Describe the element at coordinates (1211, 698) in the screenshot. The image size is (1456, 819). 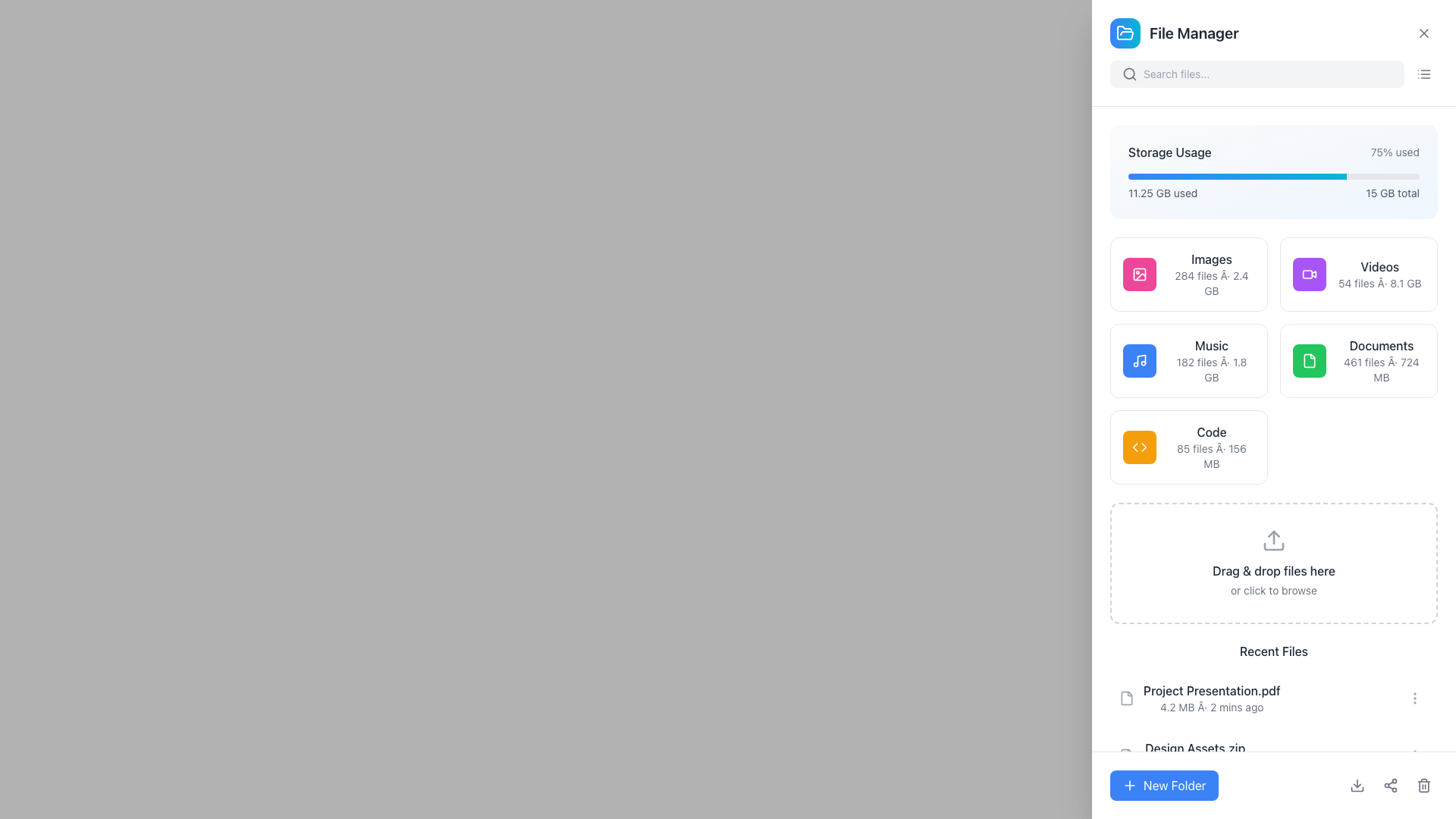
I see `the file list item displaying 'Project Presentation.pdf'` at that location.